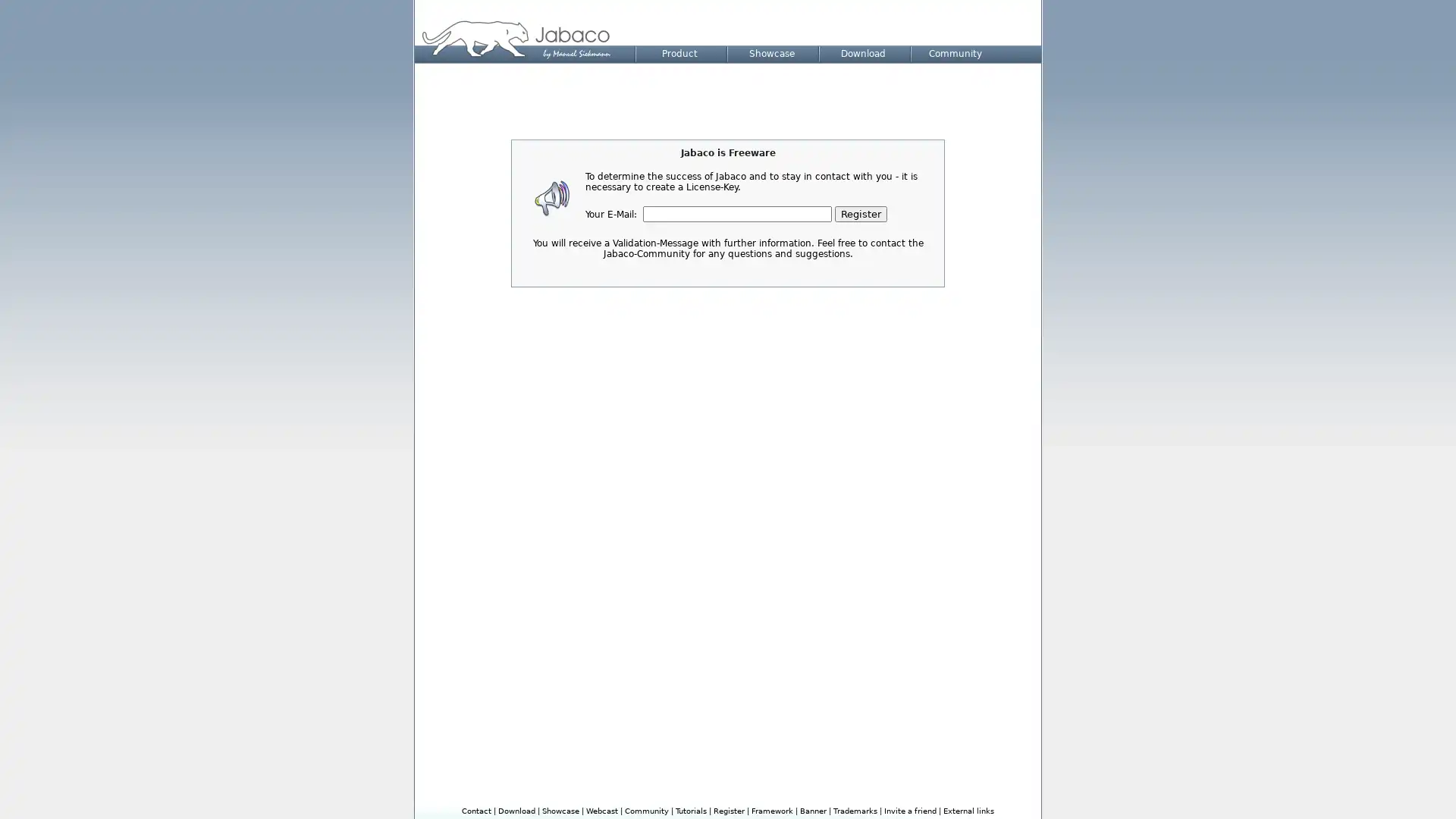 This screenshot has height=819, width=1456. Describe the element at coordinates (861, 214) in the screenshot. I see `Register` at that location.